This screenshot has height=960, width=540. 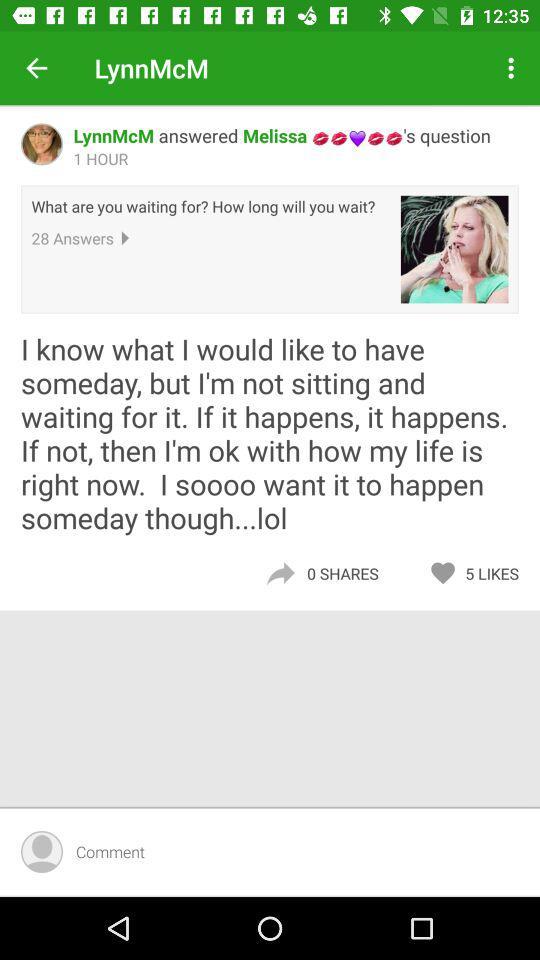 What do you see at coordinates (454, 248) in the screenshot?
I see `the item above the i know what item` at bounding box center [454, 248].